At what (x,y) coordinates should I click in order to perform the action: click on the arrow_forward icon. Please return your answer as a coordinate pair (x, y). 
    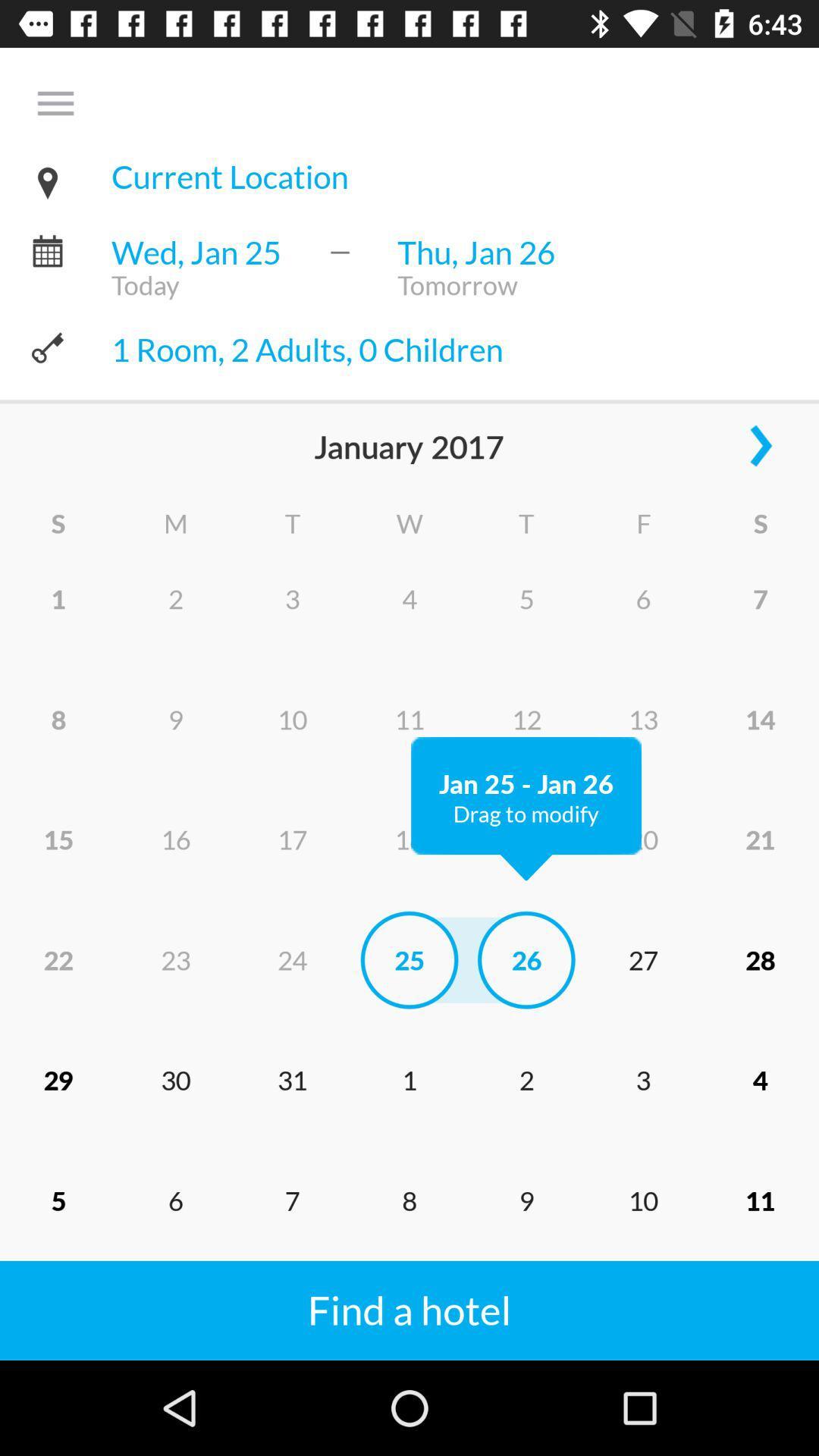
    Looking at the image, I should click on (760, 455).